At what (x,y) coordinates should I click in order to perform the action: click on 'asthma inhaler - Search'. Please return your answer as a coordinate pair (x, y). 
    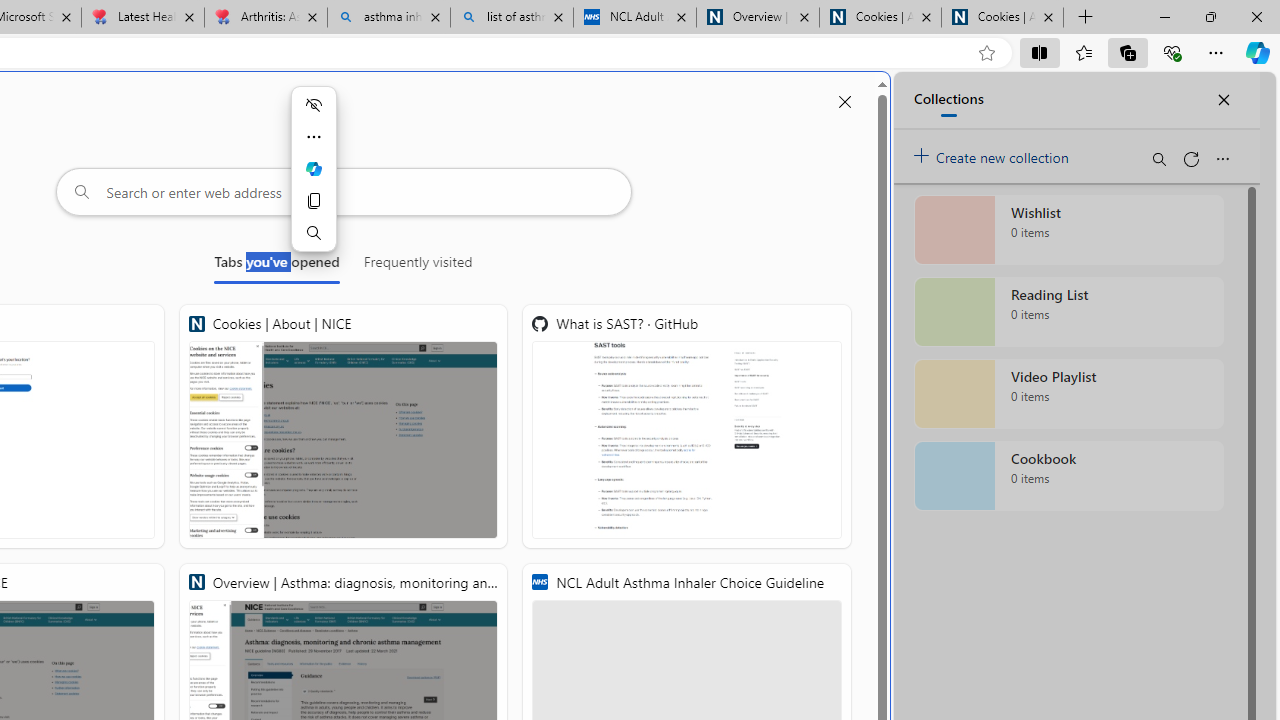
    Looking at the image, I should click on (389, 17).